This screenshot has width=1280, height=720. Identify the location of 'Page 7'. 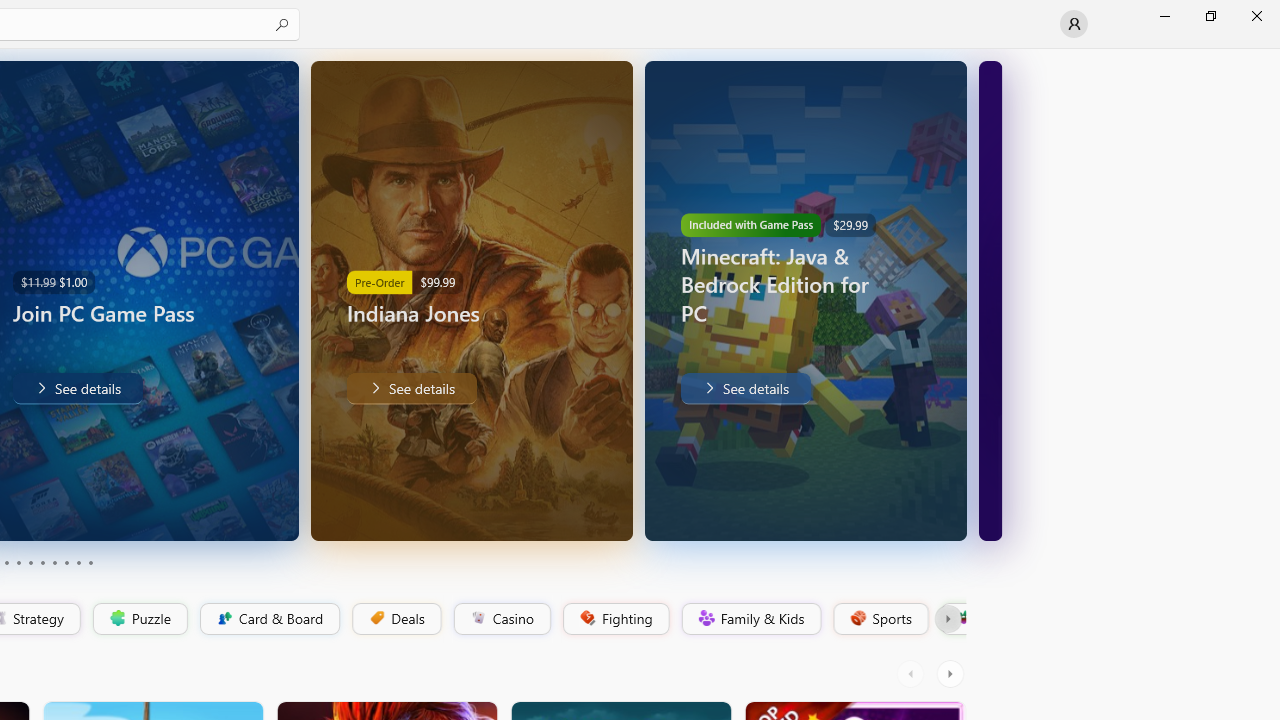
(54, 563).